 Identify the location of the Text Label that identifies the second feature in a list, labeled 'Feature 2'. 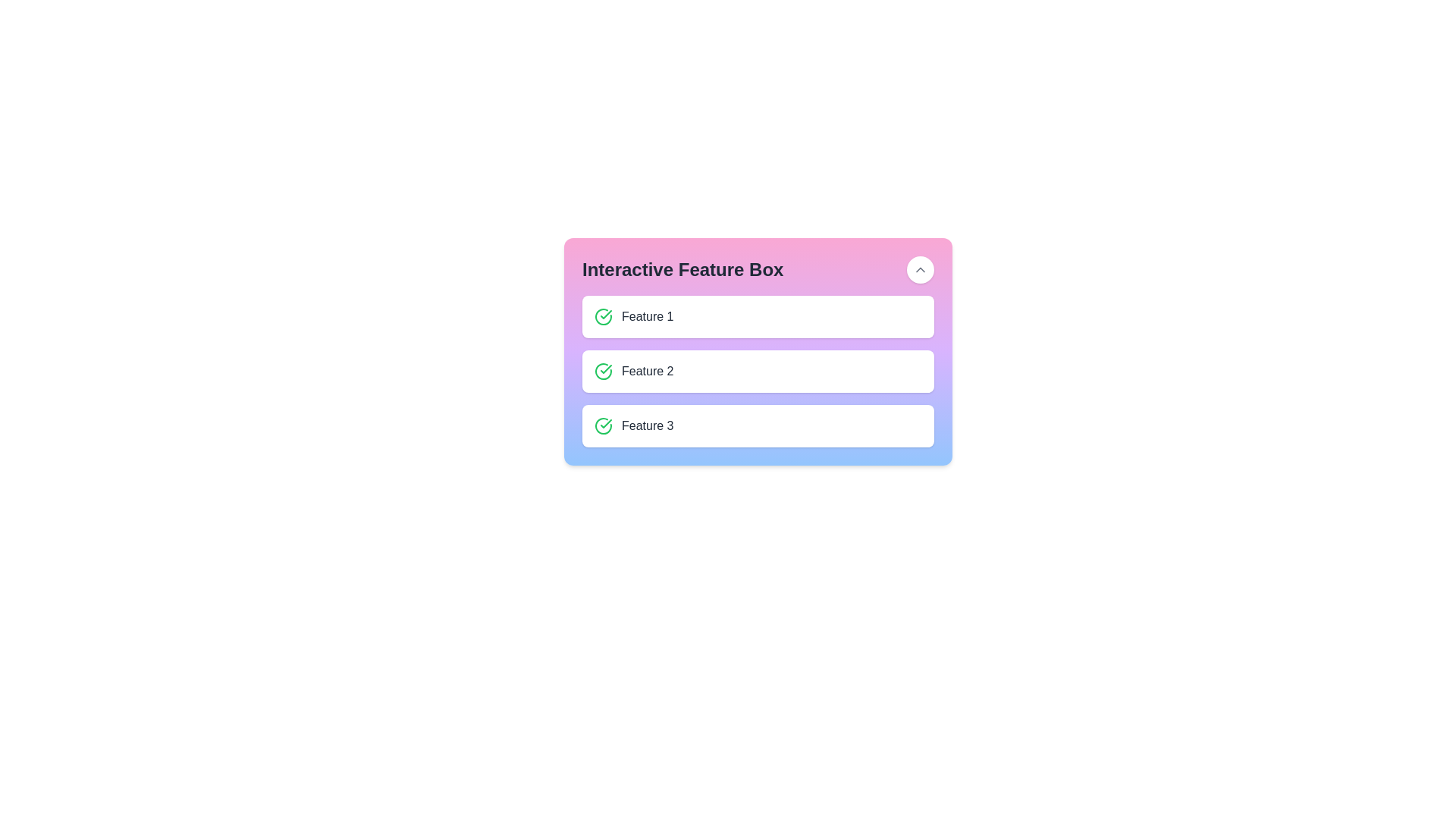
(648, 371).